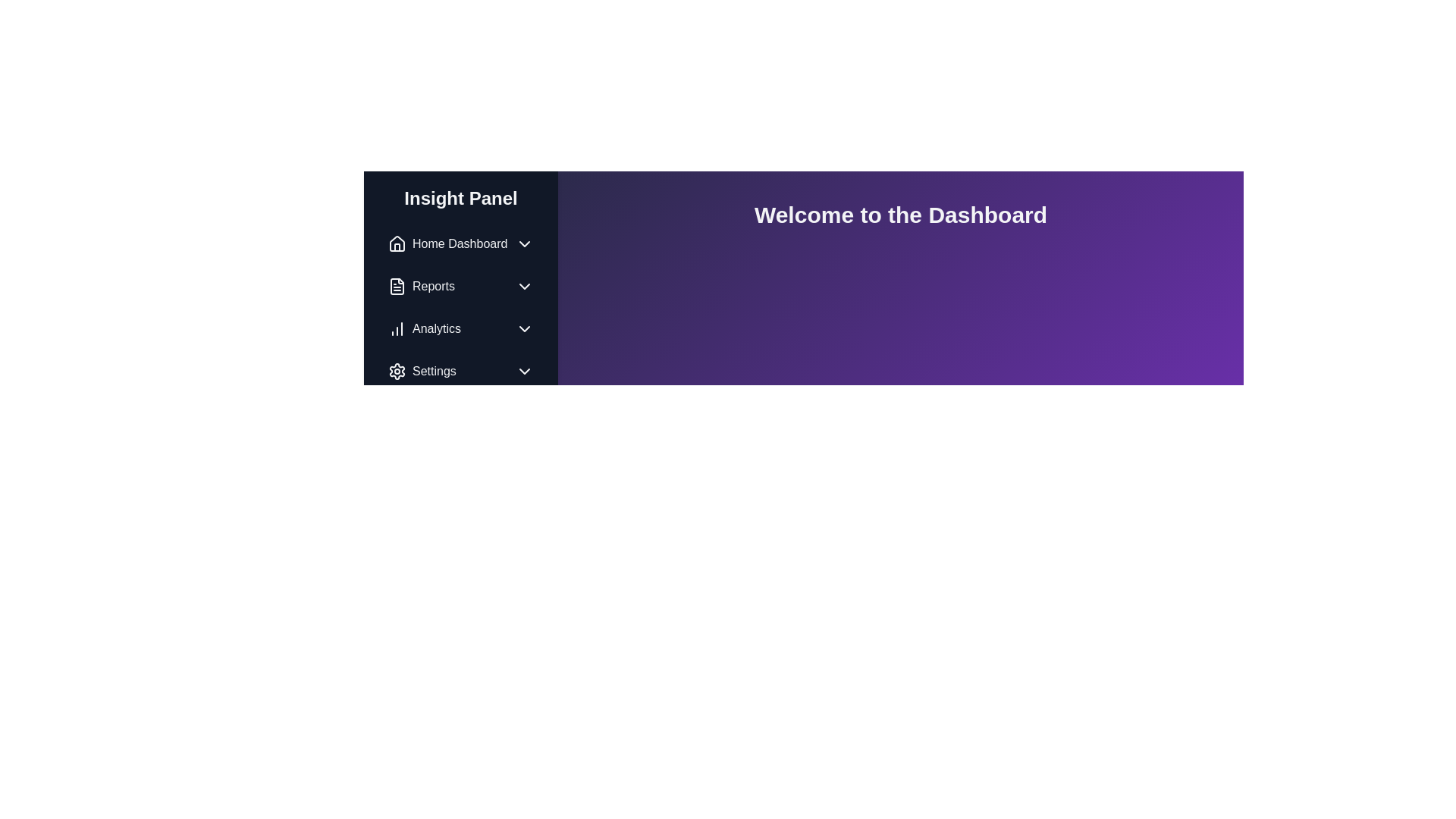  I want to click on the chevron icon that represents the ability, so click(524, 328).